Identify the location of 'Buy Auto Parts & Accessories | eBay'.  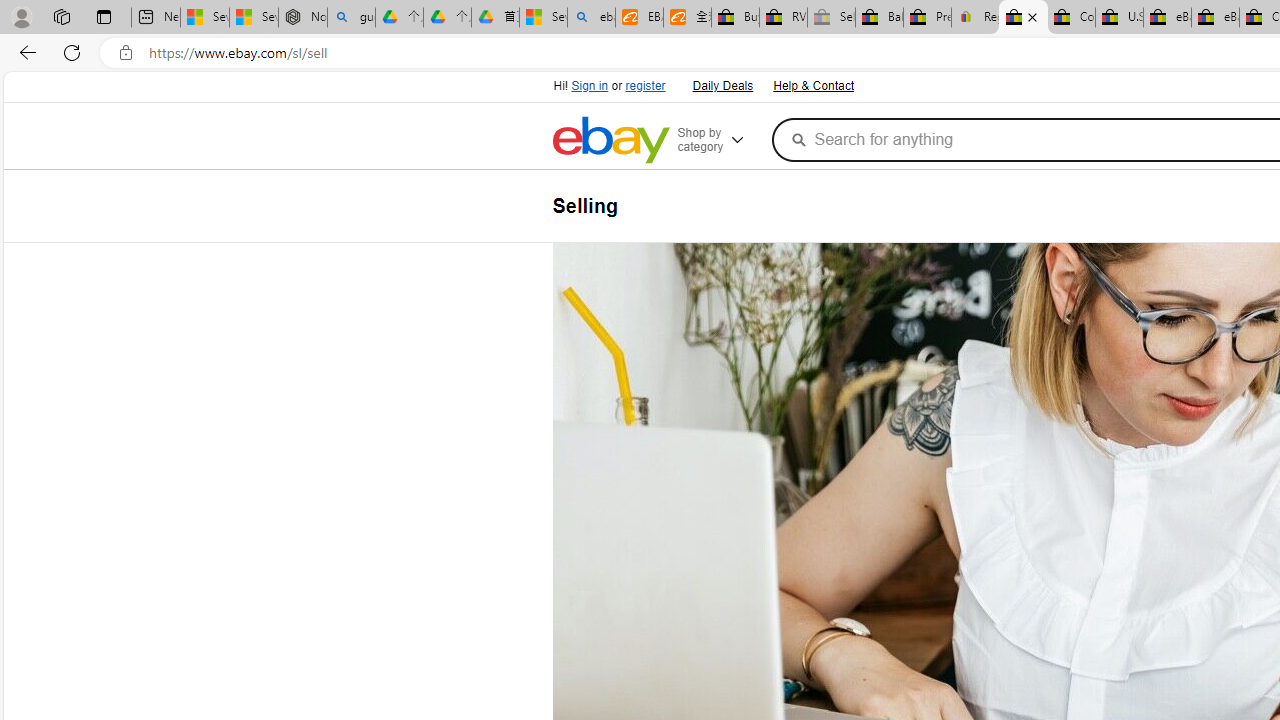
(734, 17).